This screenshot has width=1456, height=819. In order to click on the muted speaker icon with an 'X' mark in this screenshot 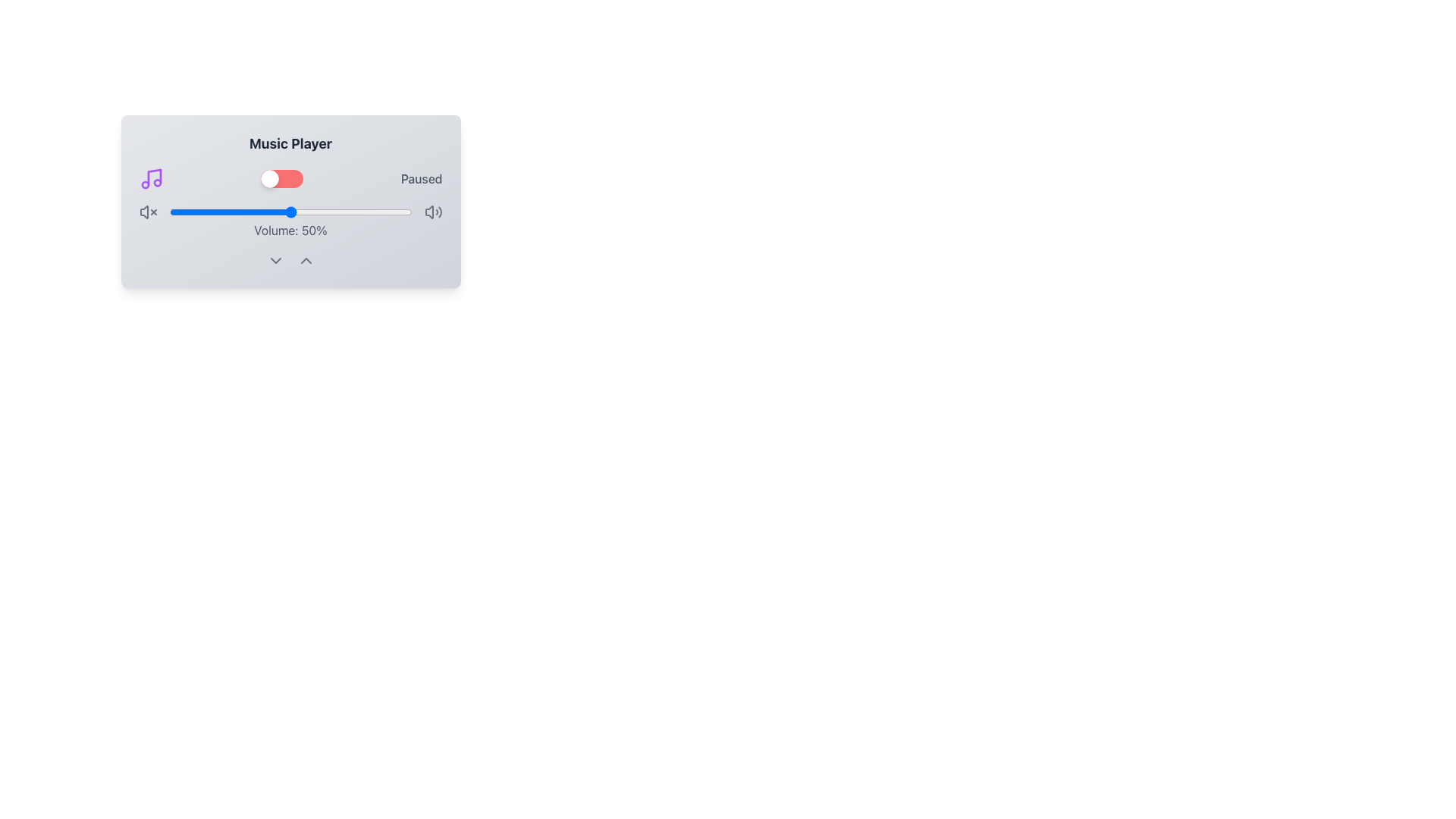, I will do `click(148, 212)`.